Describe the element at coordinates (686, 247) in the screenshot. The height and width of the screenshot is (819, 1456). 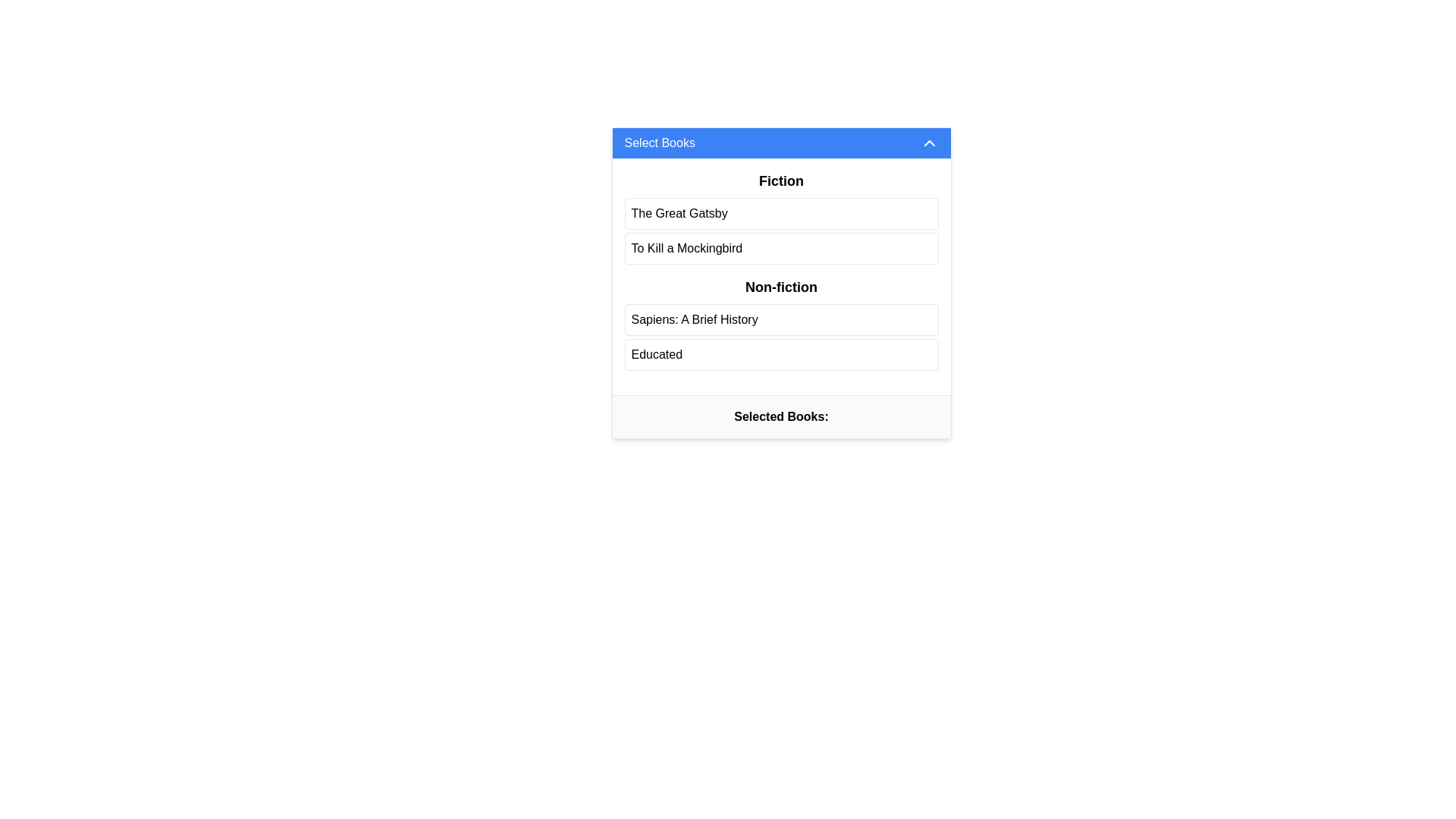
I see `text label representing the book title in the Fiction category, which is the second item in the list, positioned between 'The Great Gatsby' and 'Sapiens: A Brief History'` at that location.